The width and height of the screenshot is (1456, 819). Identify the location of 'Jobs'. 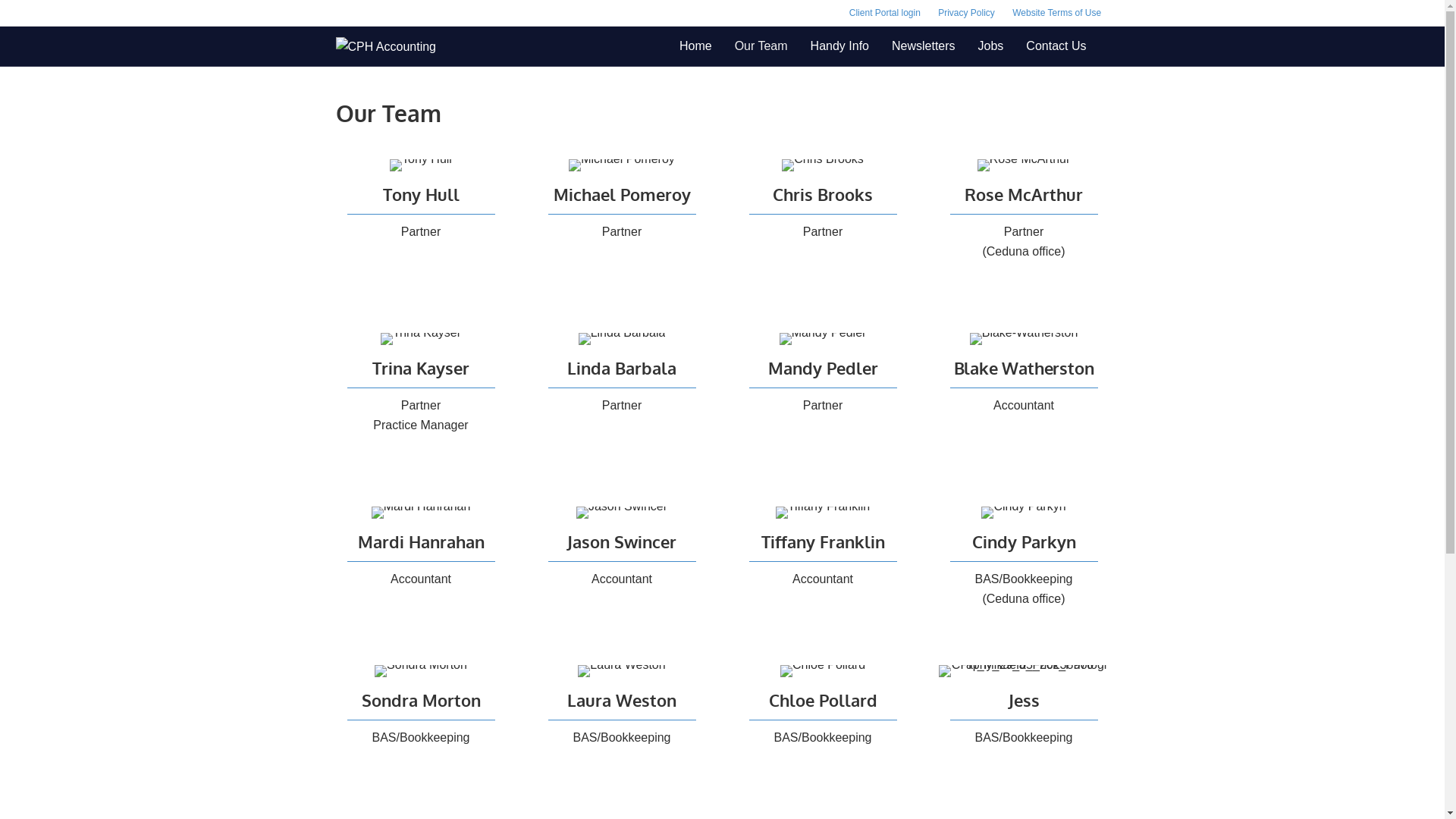
(990, 45).